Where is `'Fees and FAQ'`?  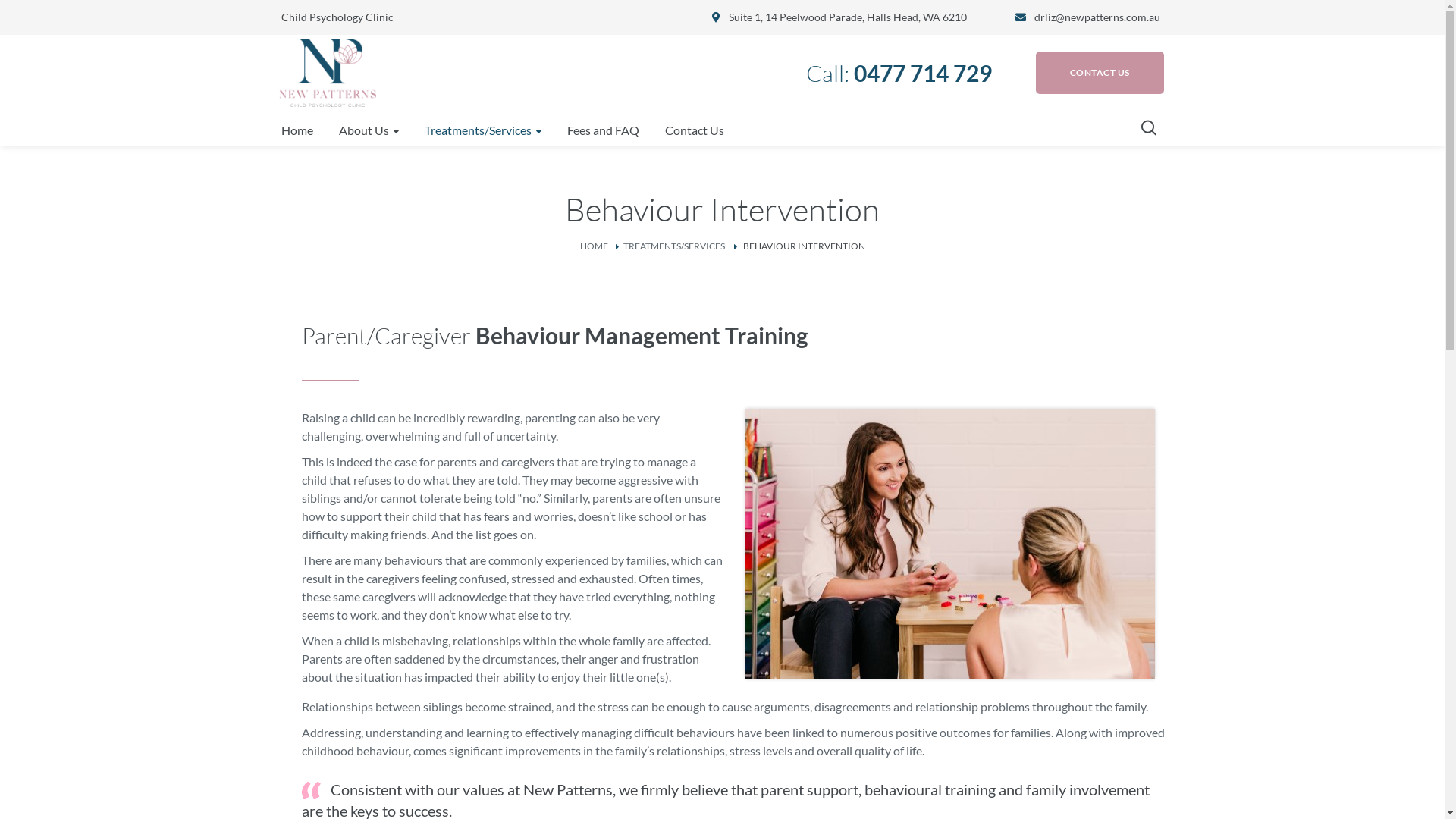 'Fees and FAQ' is located at coordinates (602, 130).